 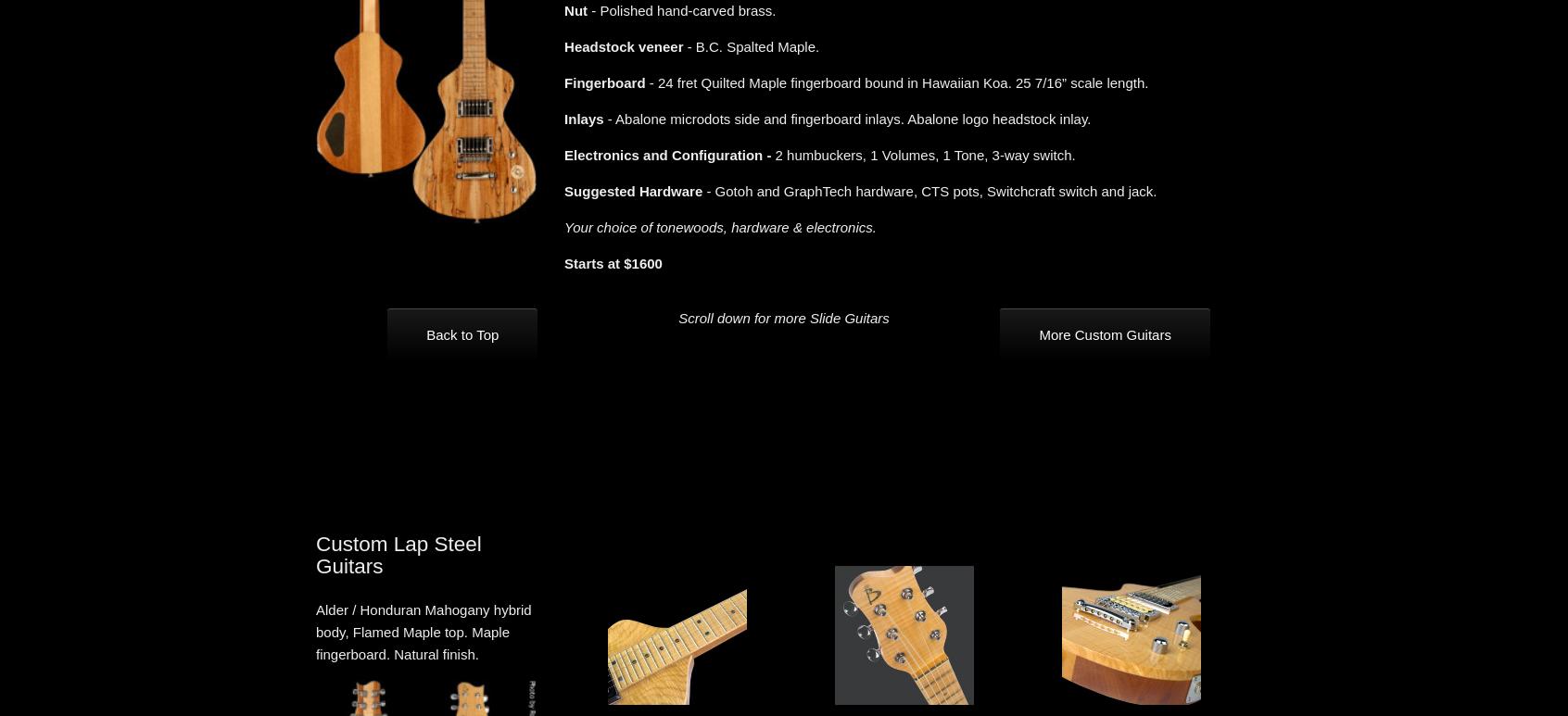 What do you see at coordinates (575, 10) in the screenshot?
I see `'Nut'` at bounding box center [575, 10].